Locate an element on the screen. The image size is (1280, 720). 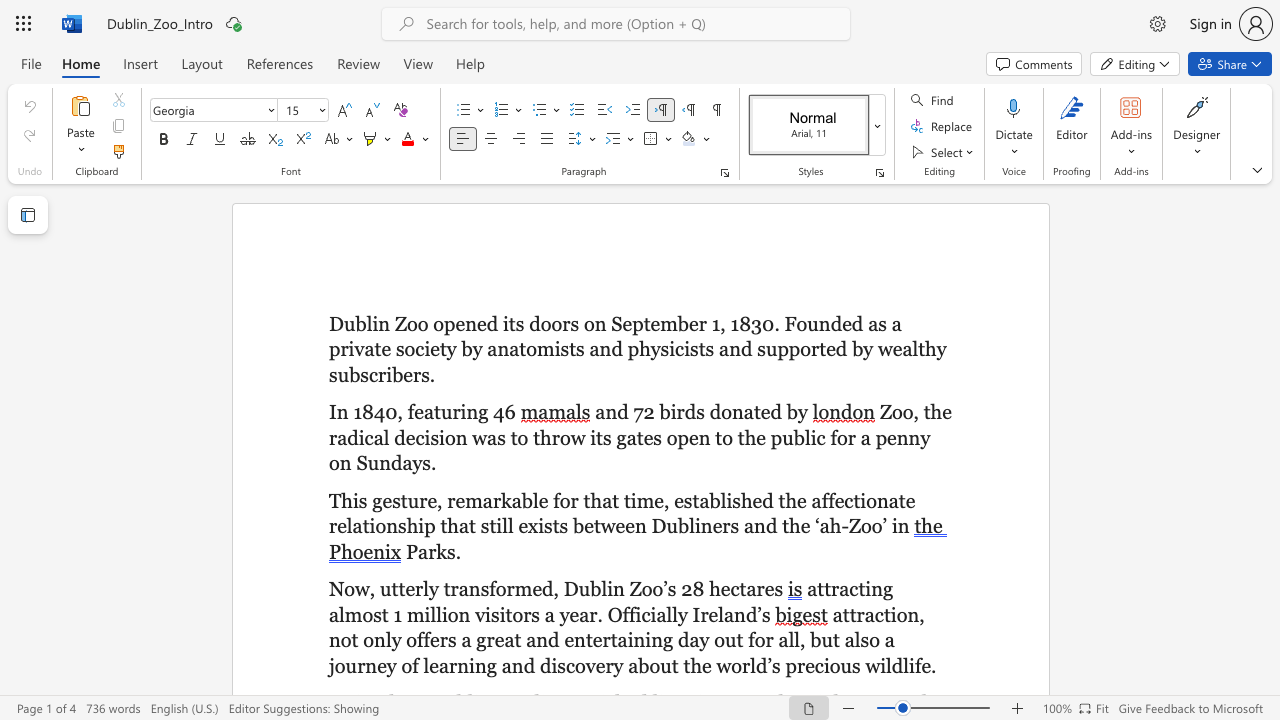
the subset text "oo, the ra" within the text "Zoo, the radical decision was to throw its gates open to the public for a penny on Sundays." is located at coordinates (890, 411).